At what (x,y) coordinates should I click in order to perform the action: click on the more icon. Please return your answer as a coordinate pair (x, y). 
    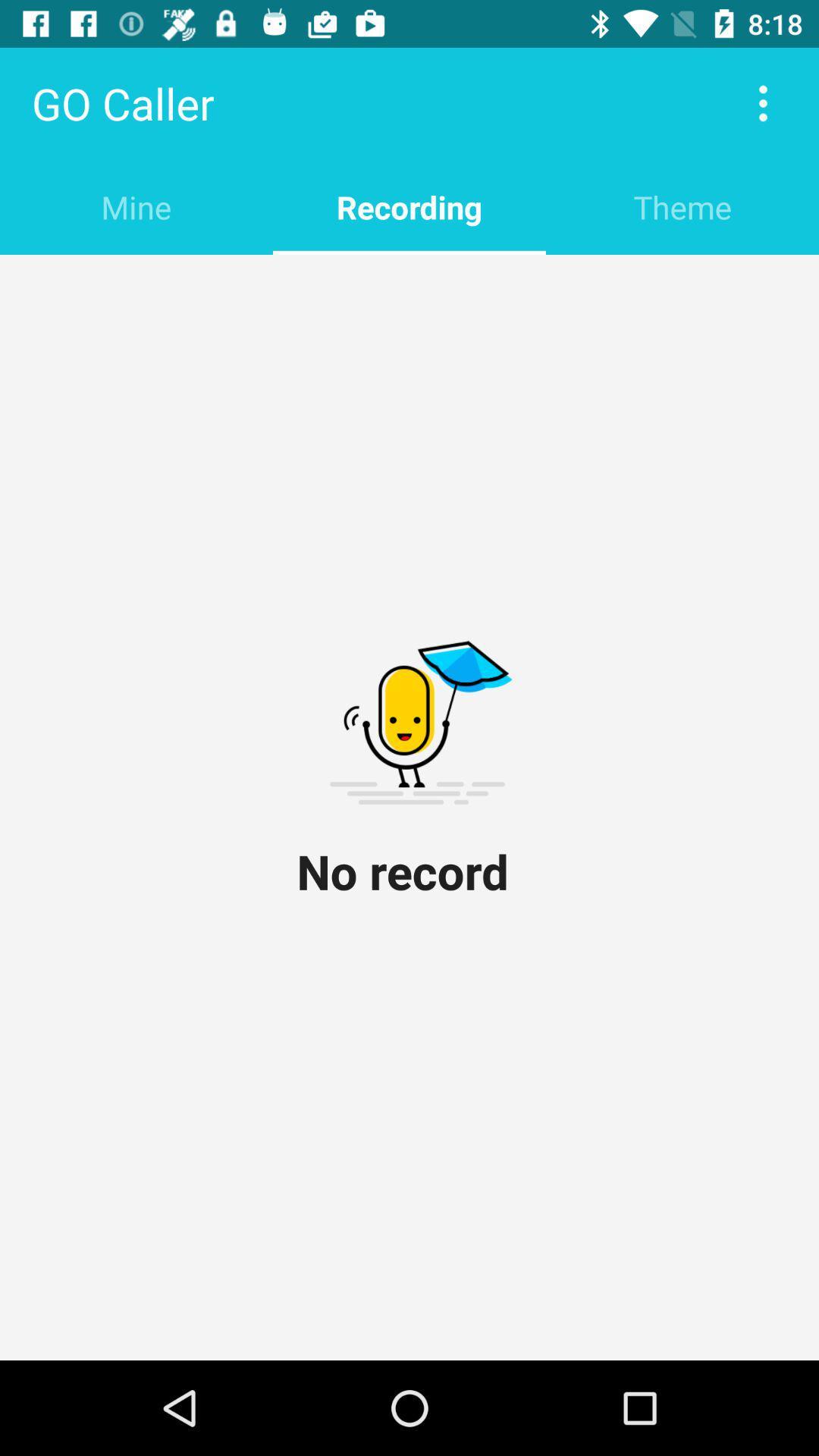
    Looking at the image, I should click on (763, 102).